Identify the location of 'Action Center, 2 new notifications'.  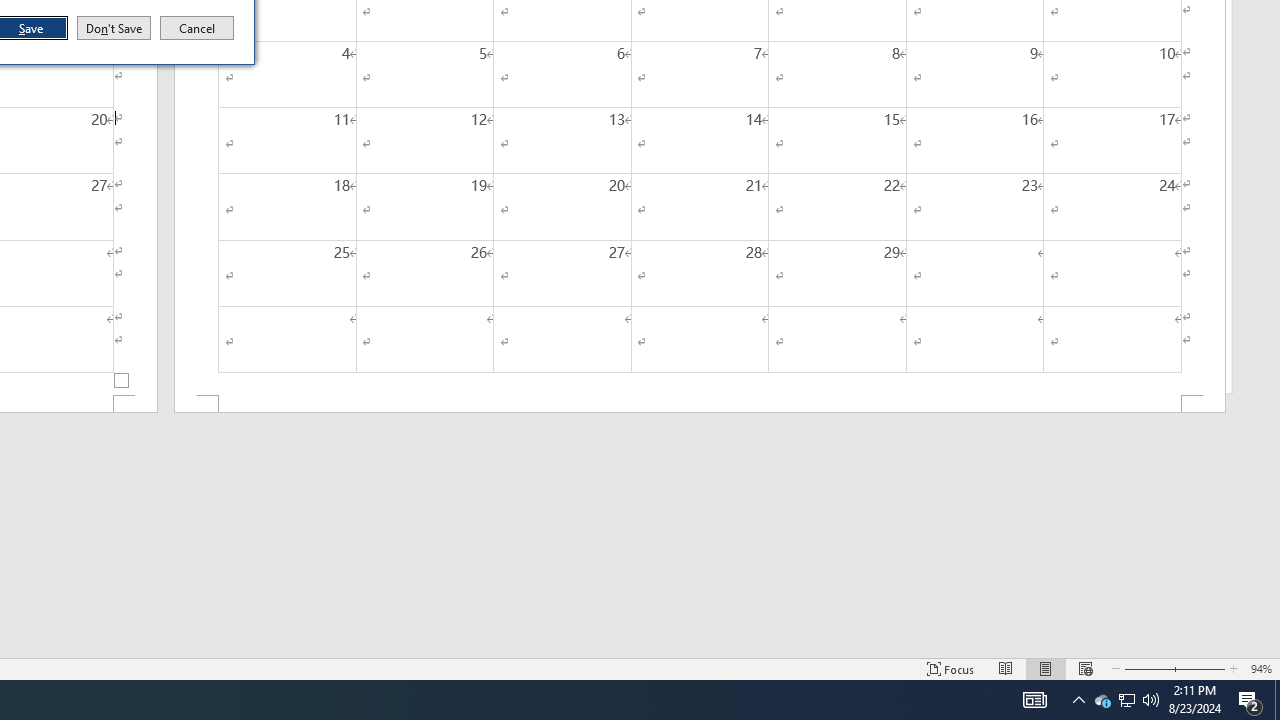
(1250, 698).